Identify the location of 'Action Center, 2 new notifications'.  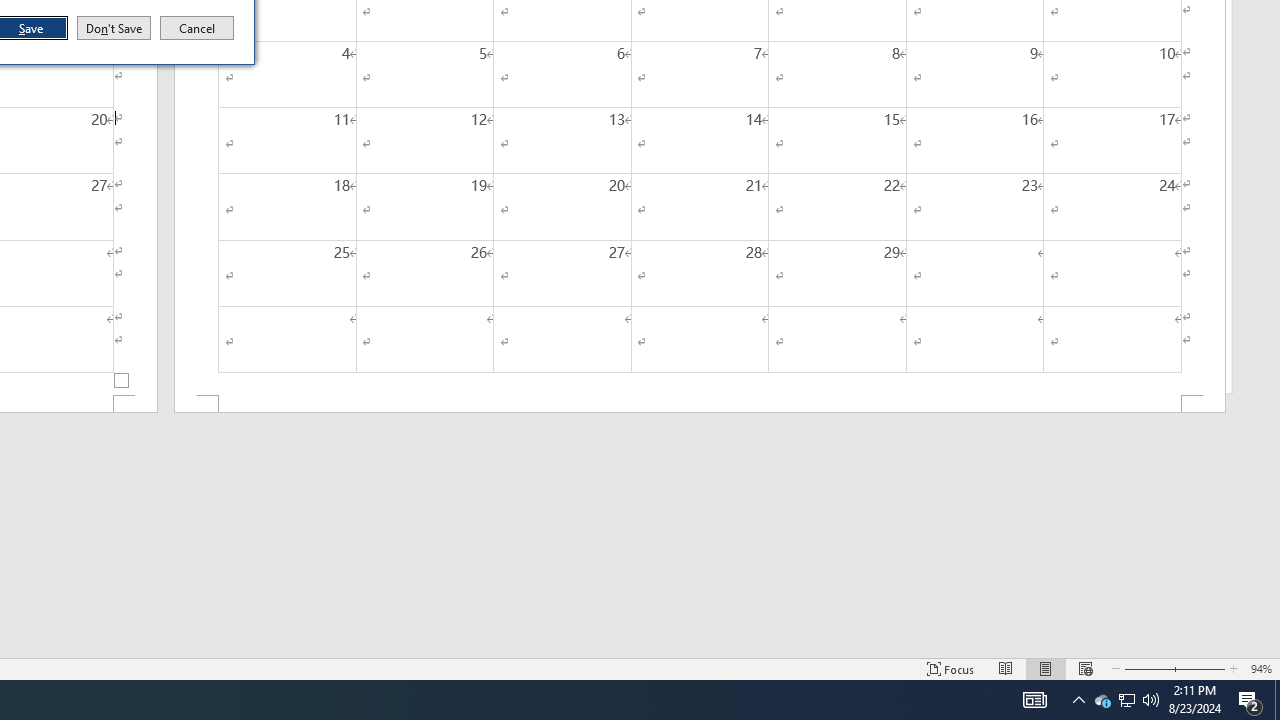
(1250, 698).